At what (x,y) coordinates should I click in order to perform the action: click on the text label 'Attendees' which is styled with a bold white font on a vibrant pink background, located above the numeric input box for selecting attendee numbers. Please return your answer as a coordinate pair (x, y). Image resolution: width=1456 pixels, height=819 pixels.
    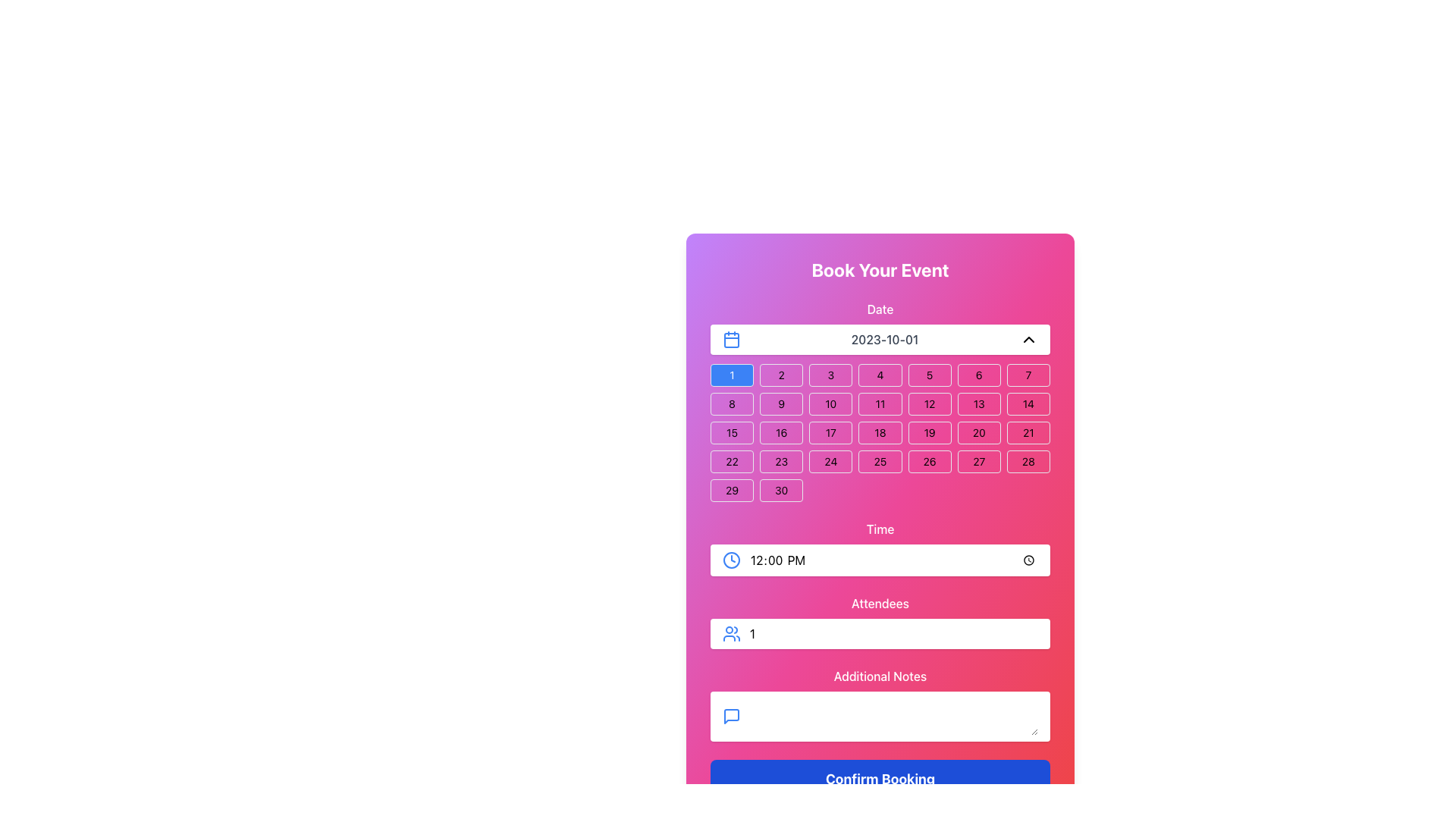
    Looking at the image, I should click on (880, 602).